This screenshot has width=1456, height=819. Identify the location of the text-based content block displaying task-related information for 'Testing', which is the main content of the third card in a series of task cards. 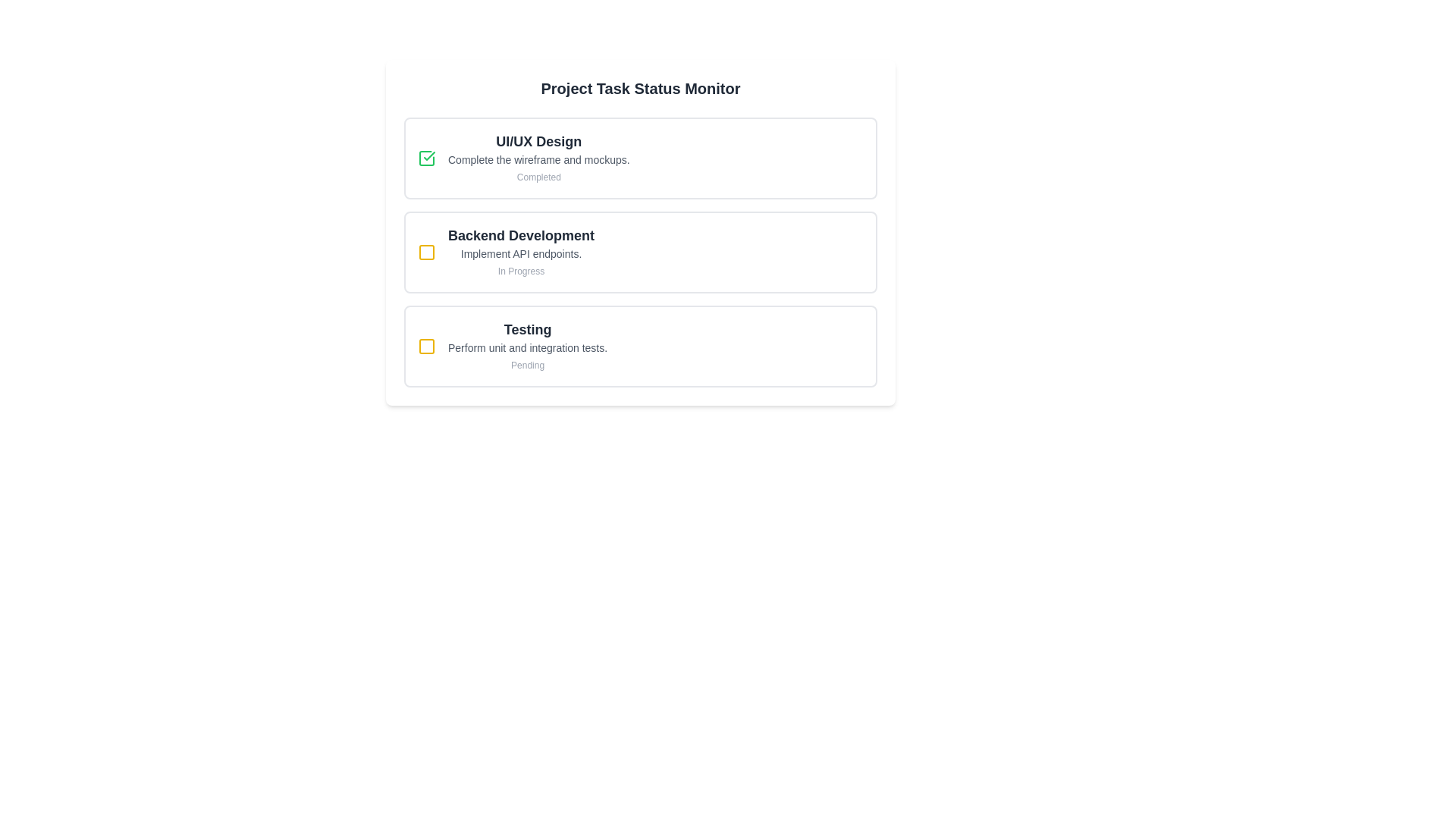
(528, 346).